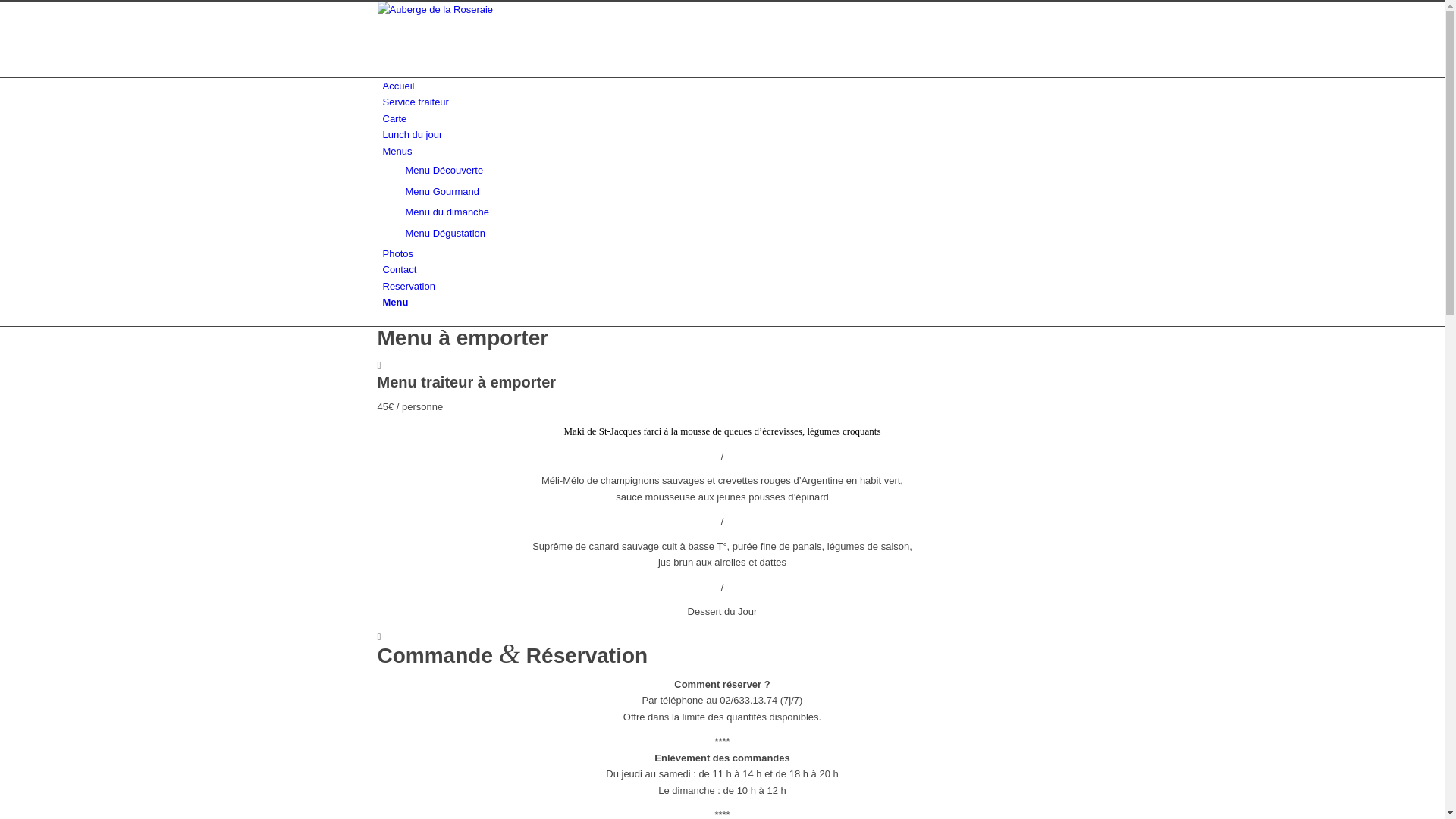  What do you see at coordinates (397, 253) in the screenshot?
I see `'Photos'` at bounding box center [397, 253].